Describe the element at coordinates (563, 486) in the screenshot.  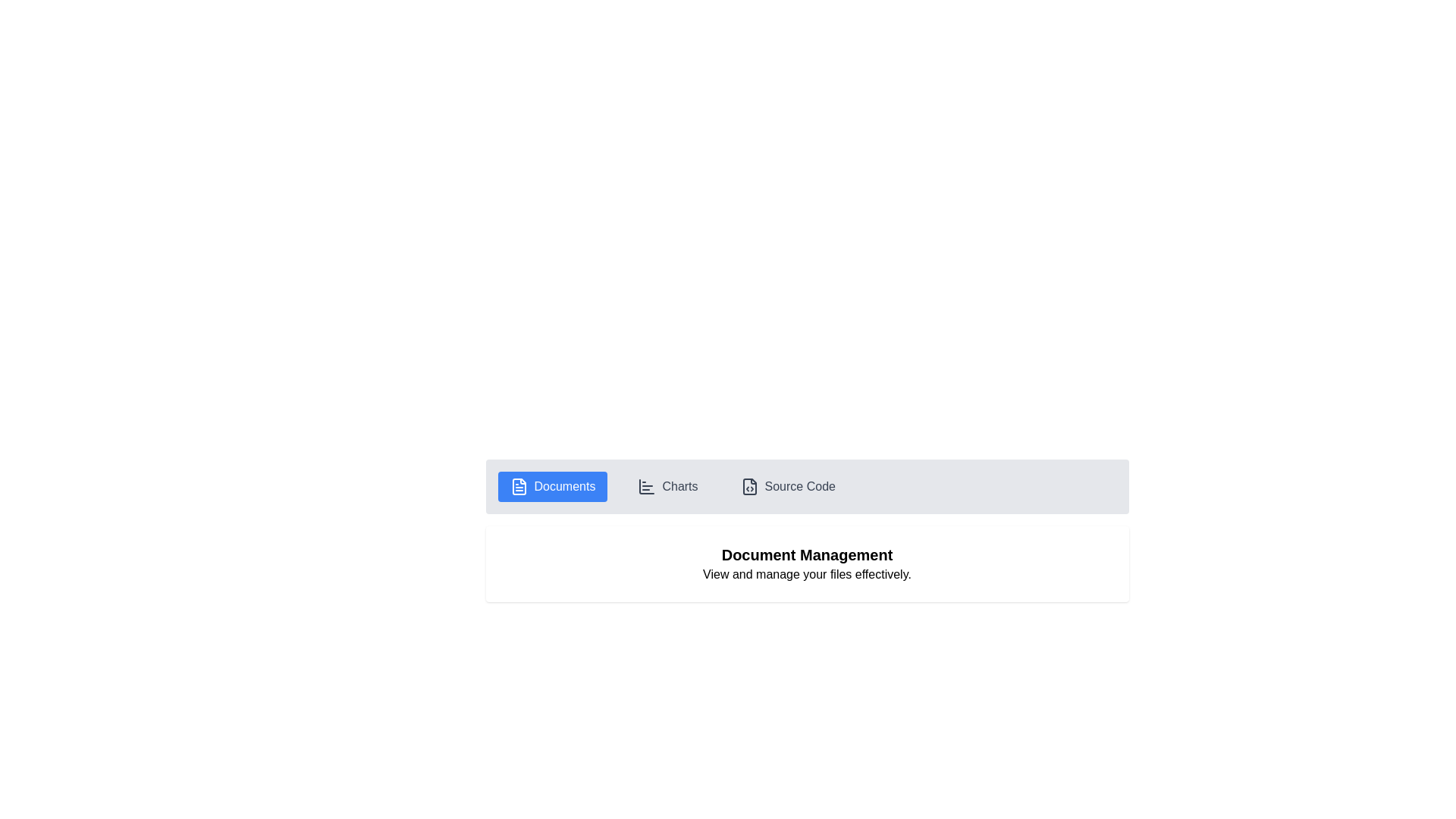
I see `the text label displaying 'Documents' within the button or tab component` at that location.